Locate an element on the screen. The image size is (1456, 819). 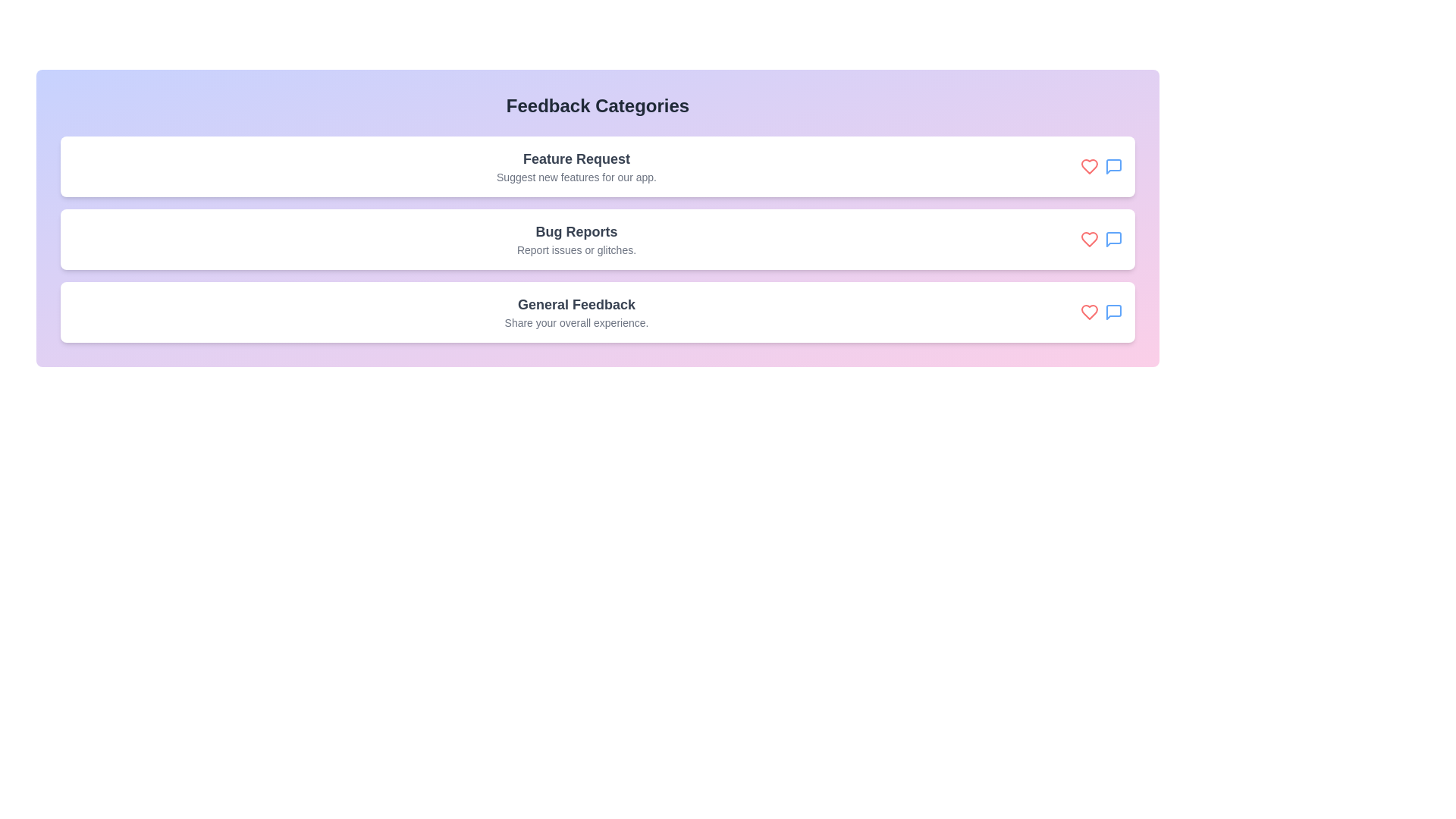
the like icon for the feedback category Feature Request is located at coordinates (1088, 166).